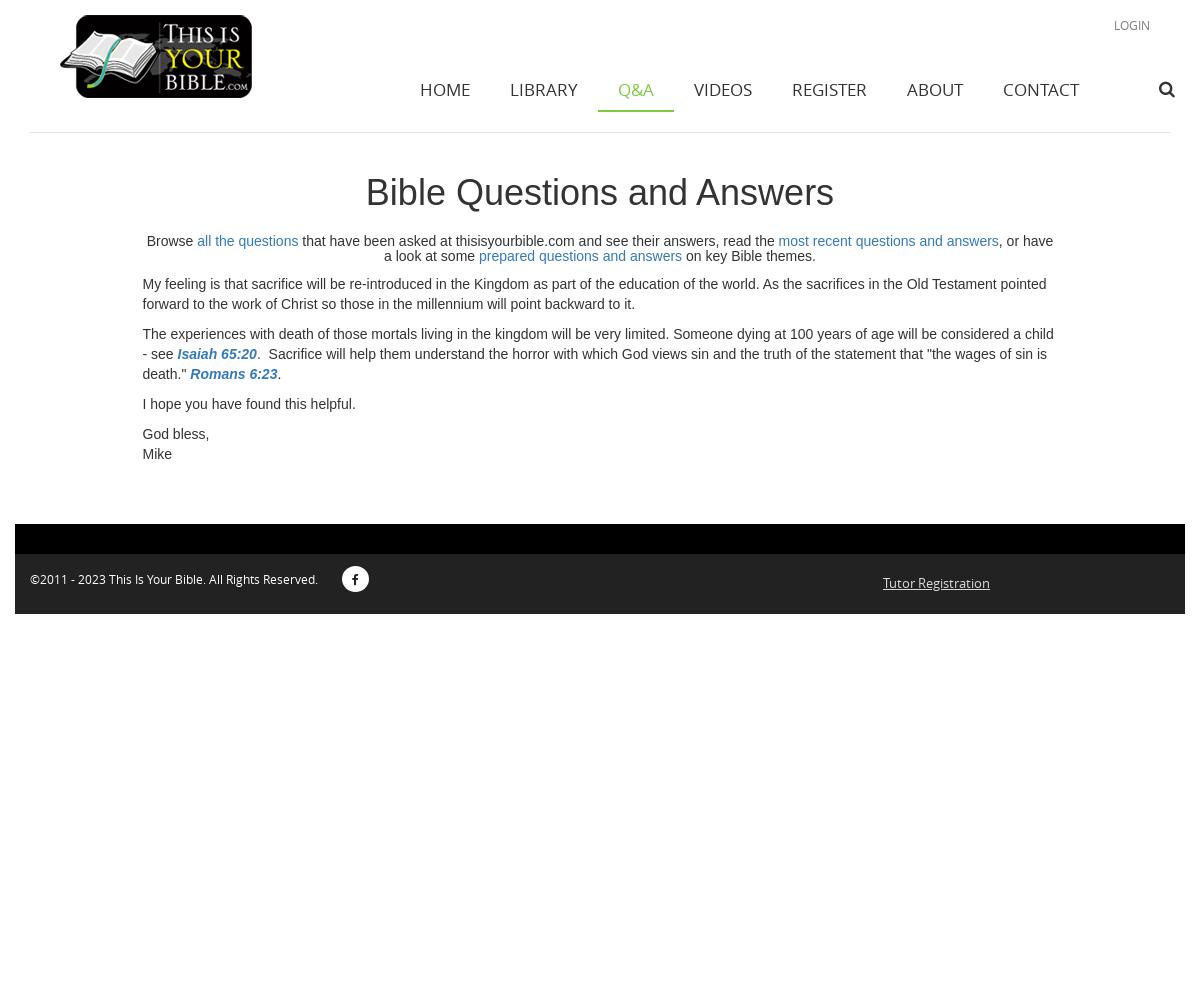 Image resolution: width=1200 pixels, height=1000 pixels. What do you see at coordinates (141, 294) in the screenshot?
I see `'My feeling is that sacrifice will be re-introduced in the Kingdom as part of the education of the world. As the sacrifices in the Old Testament pointed forward to the work of Christ so those in the millennium will point backward to it.'` at bounding box center [141, 294].